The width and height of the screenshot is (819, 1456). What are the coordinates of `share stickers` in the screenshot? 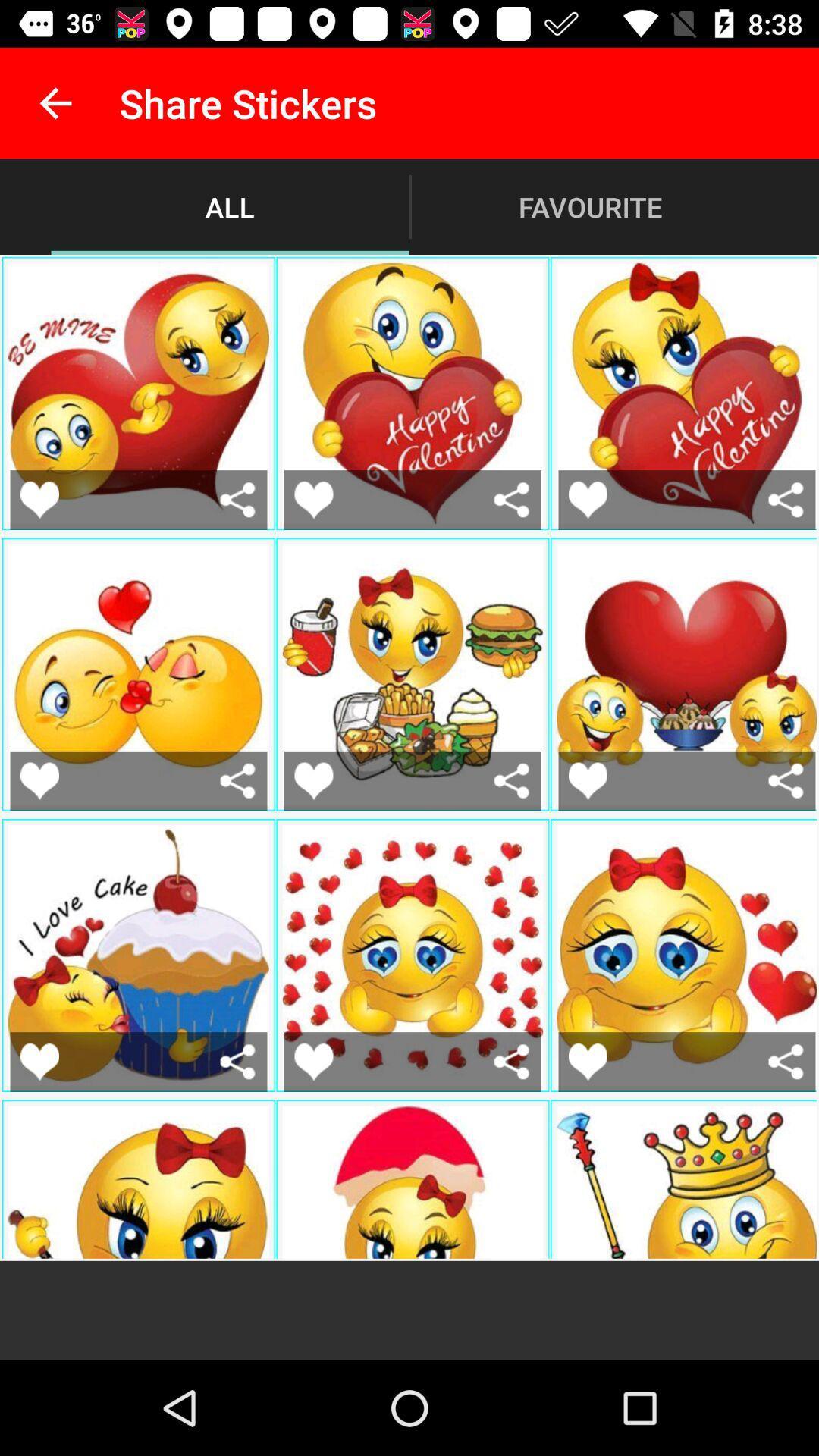 It's located at (237, 780).